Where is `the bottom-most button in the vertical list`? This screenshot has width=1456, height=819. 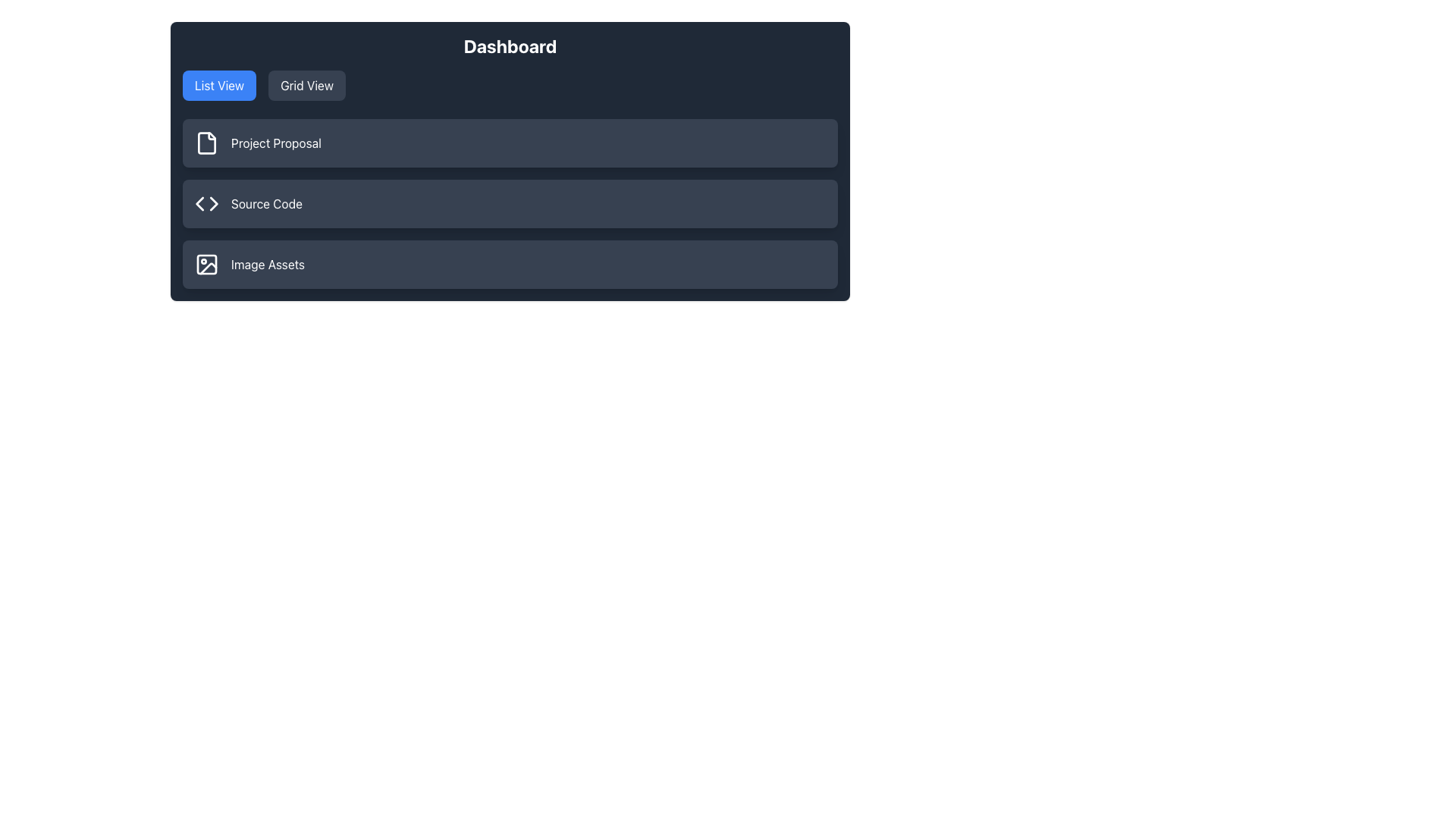 the bottom-most button in the vertical list is located at coordinates (510, 263).